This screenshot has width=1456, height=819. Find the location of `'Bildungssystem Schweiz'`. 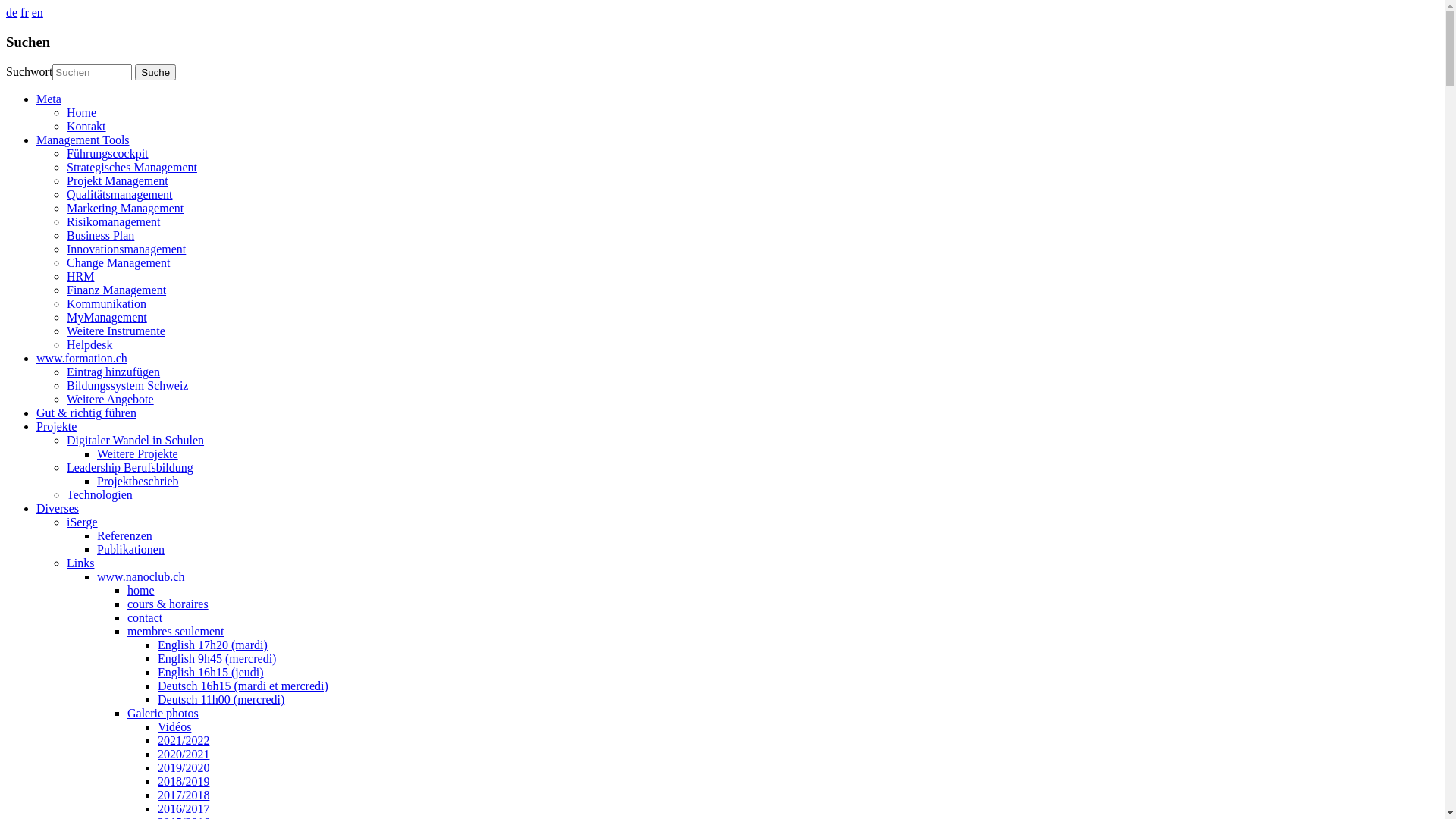

'Bildungssystem Schweiz' is located at coordinates (65, 384).